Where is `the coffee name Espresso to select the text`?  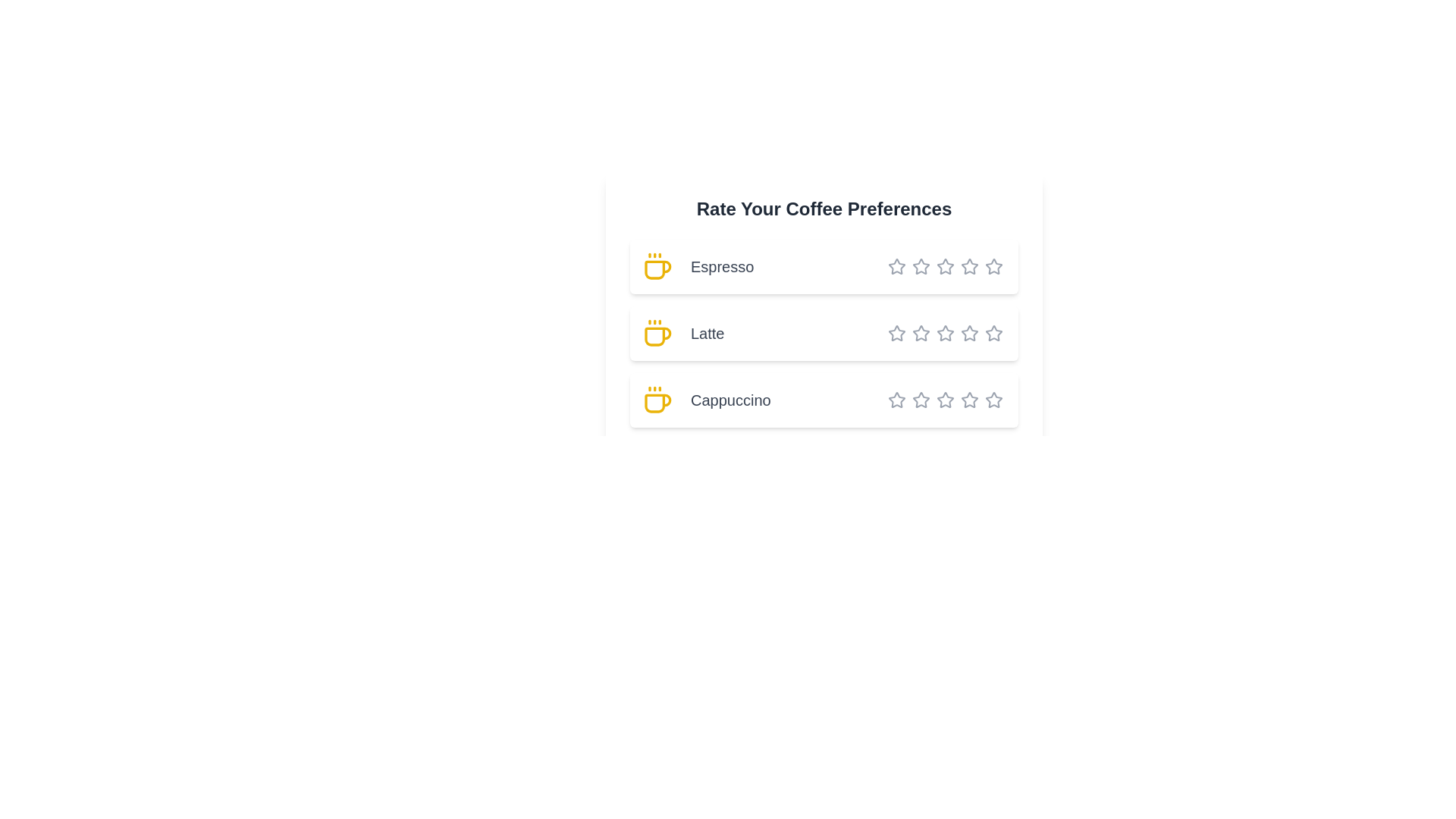
the coffee name Espresso to select the text is located at coordinates (823, 265).